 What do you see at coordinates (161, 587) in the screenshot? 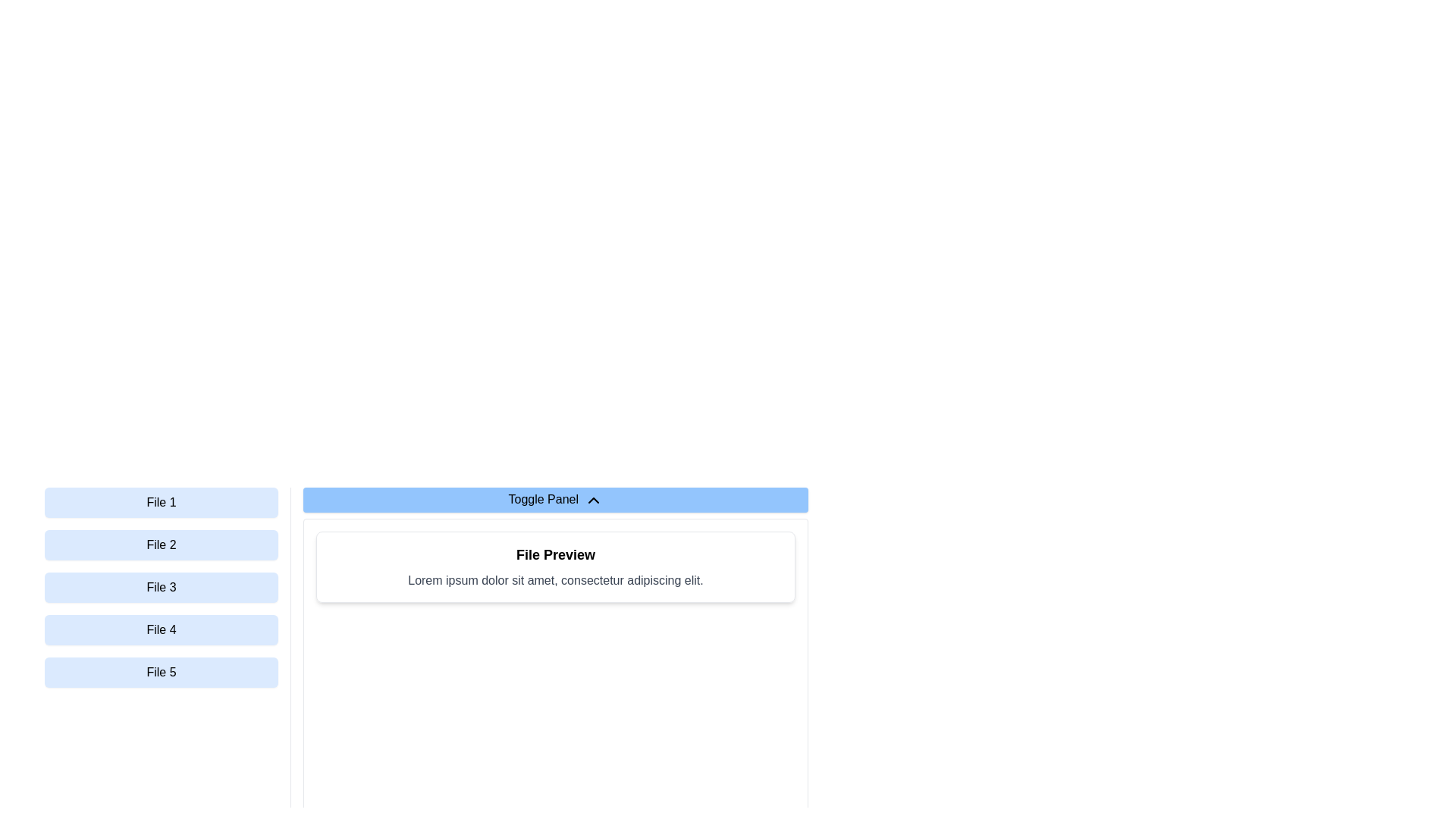
I see `the button labeled 'File 3'` at bounding box center [161, 587].